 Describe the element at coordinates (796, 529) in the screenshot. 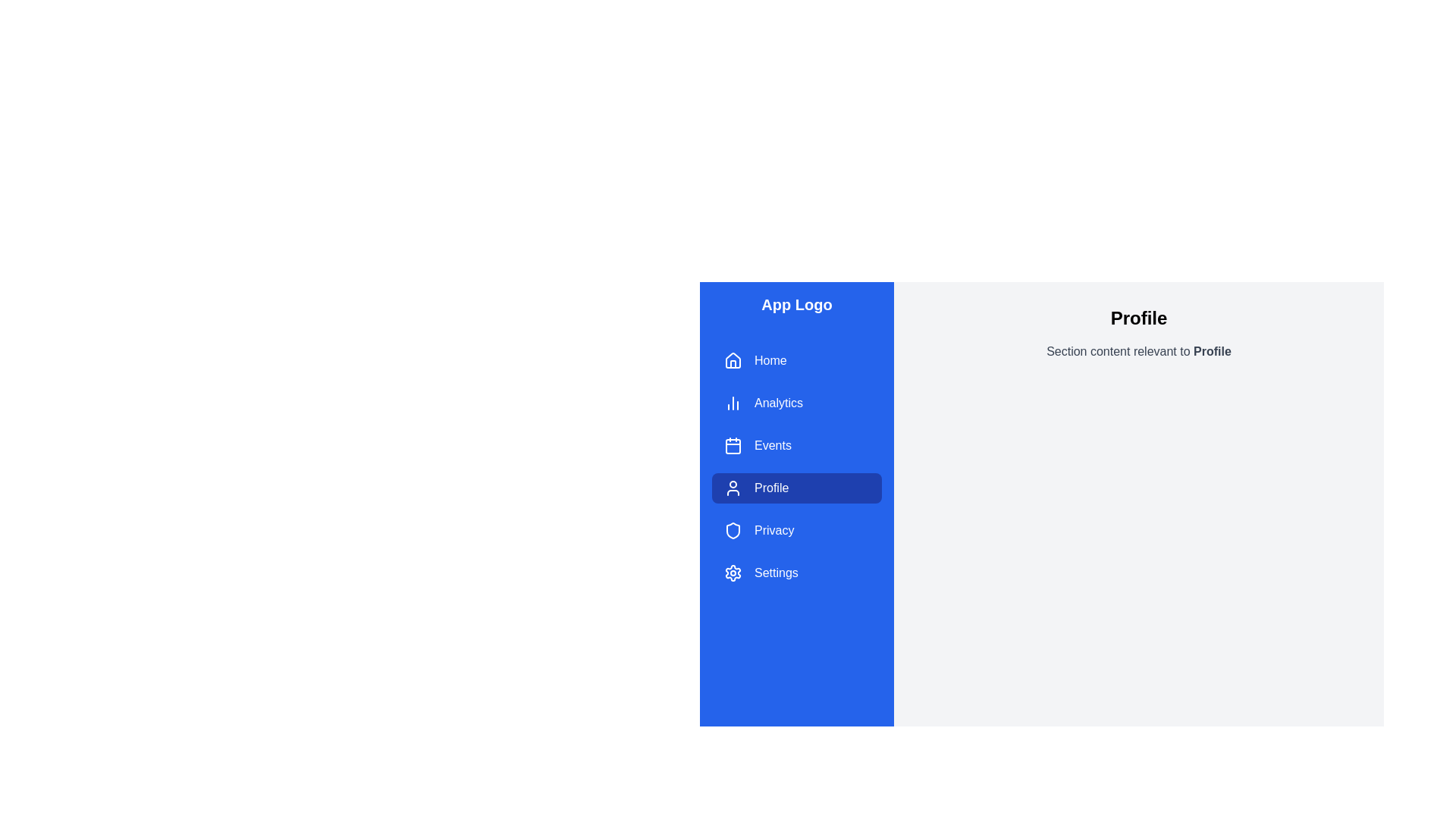

I see `the navigation button located in the vertical menu on the left side of the interface, positioned under 'Profile' and above 'Settings'` at that location.